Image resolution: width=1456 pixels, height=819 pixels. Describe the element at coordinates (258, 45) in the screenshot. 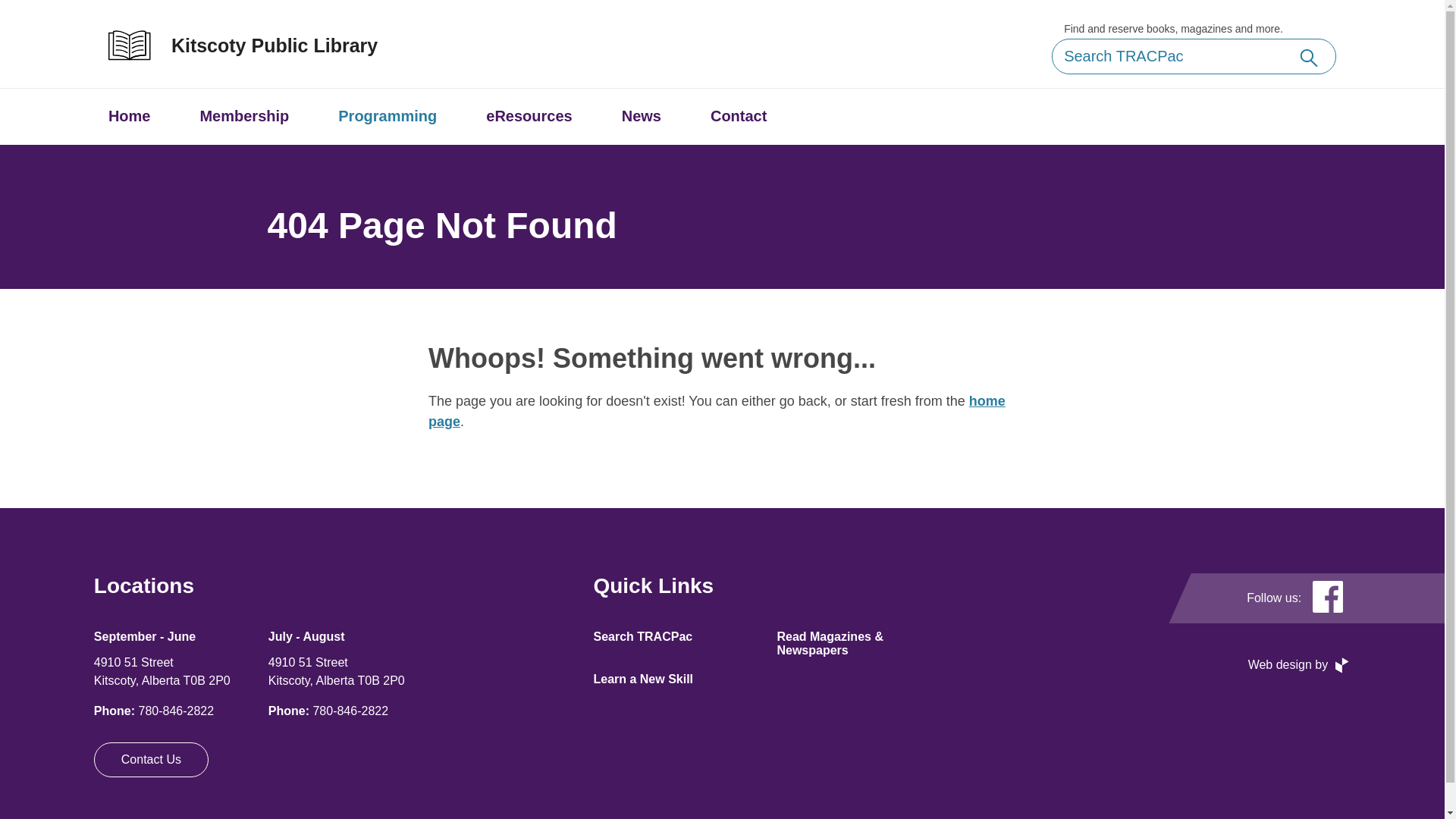

I see `'Kitscoty Public Library'` at that location.